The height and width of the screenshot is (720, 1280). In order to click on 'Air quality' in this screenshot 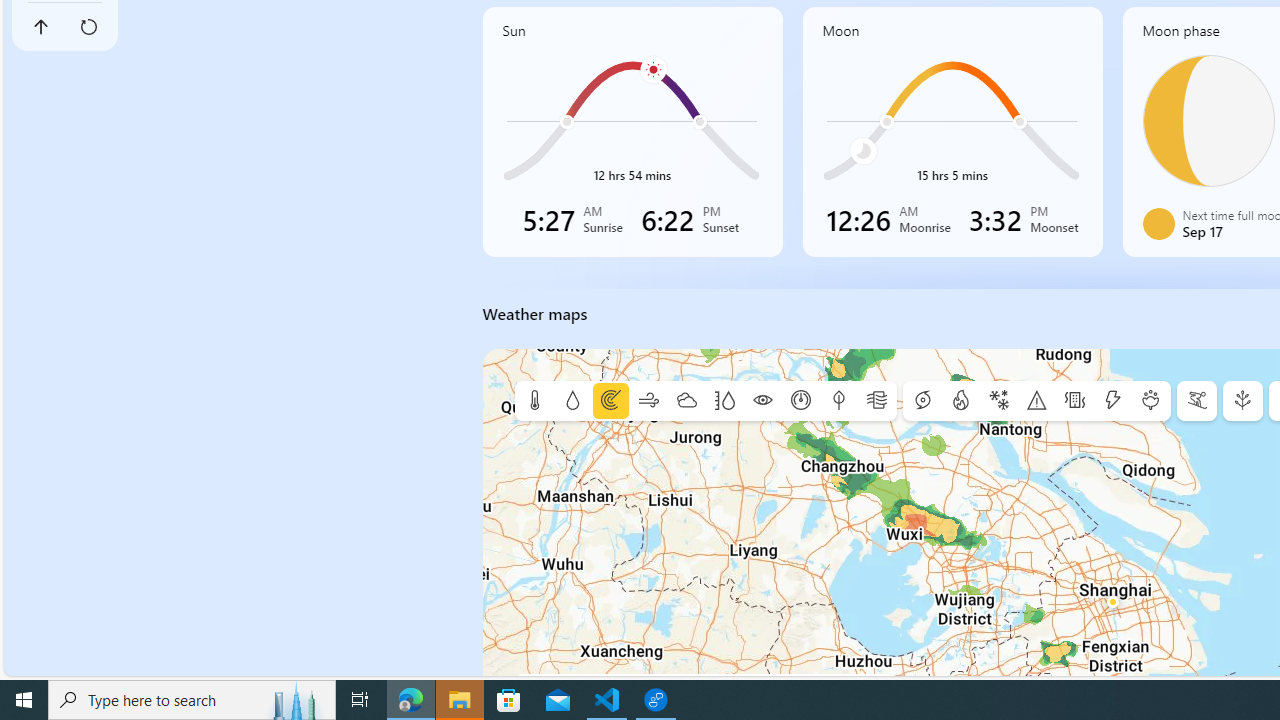, I will do `click(876, 401)`.